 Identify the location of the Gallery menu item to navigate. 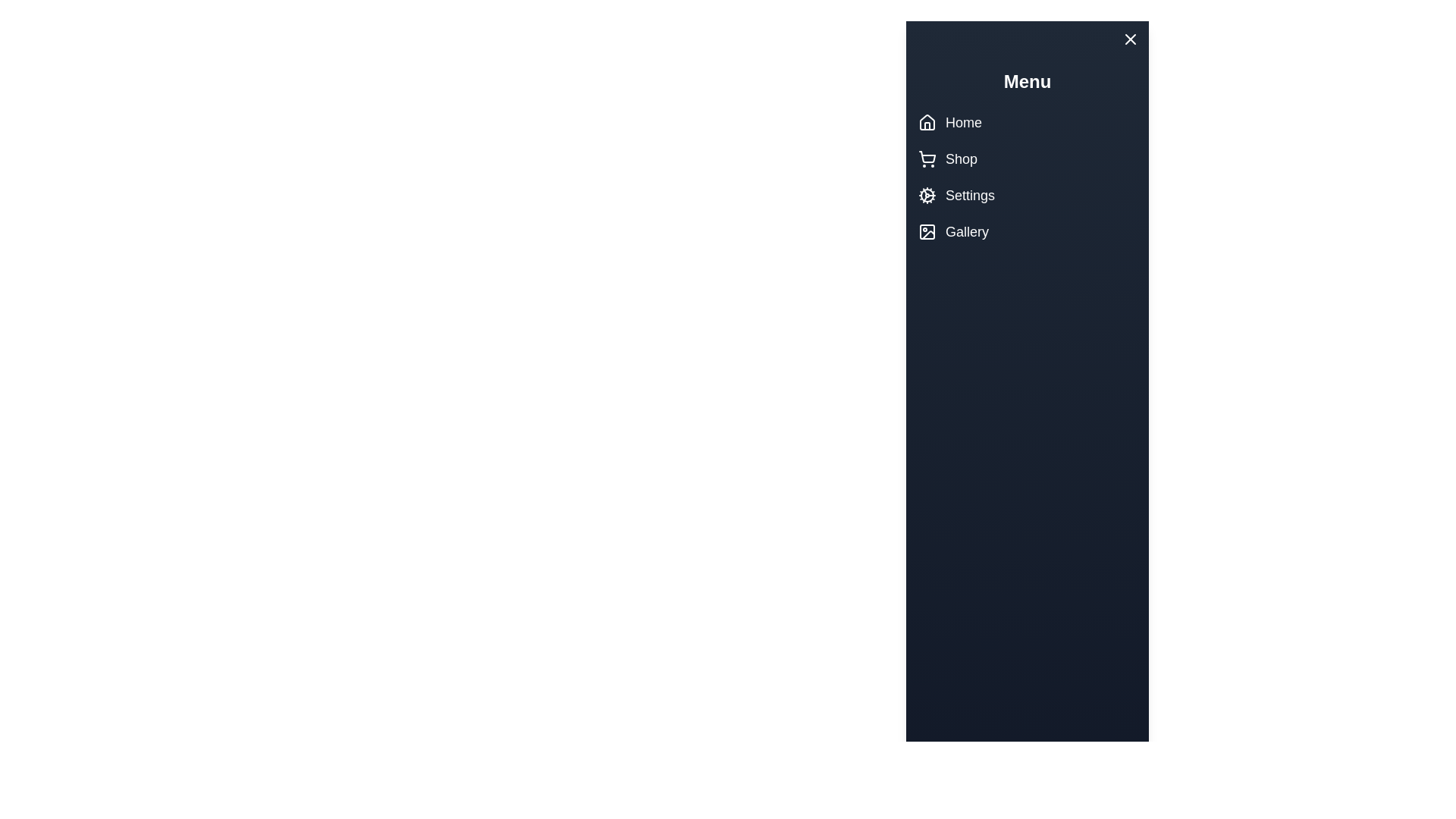
(990, 231).